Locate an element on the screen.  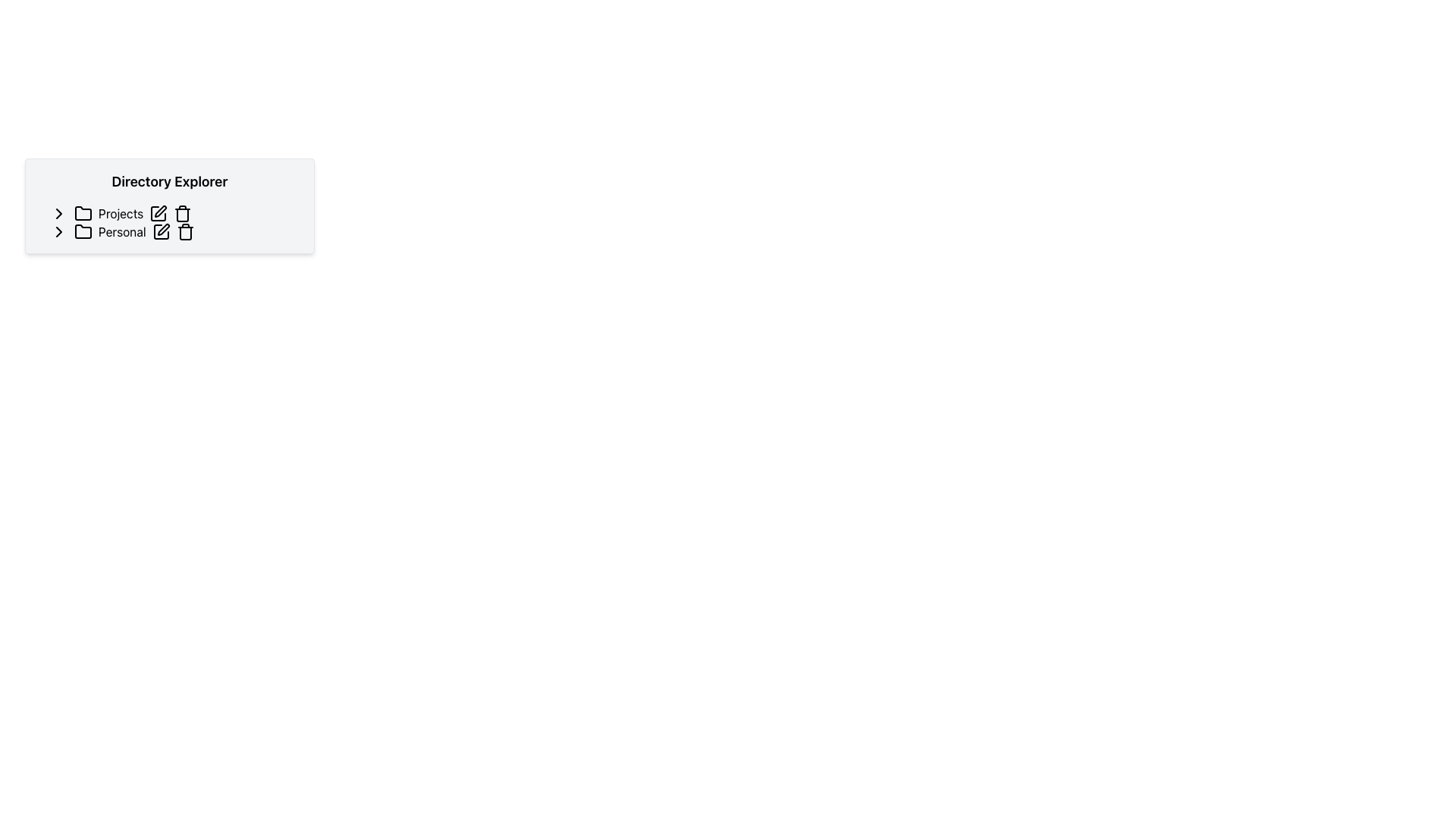
the right-pointing arrow icon at the beginning of the 'Projects' row in the directory explorer is located at coordinates (58, 213).